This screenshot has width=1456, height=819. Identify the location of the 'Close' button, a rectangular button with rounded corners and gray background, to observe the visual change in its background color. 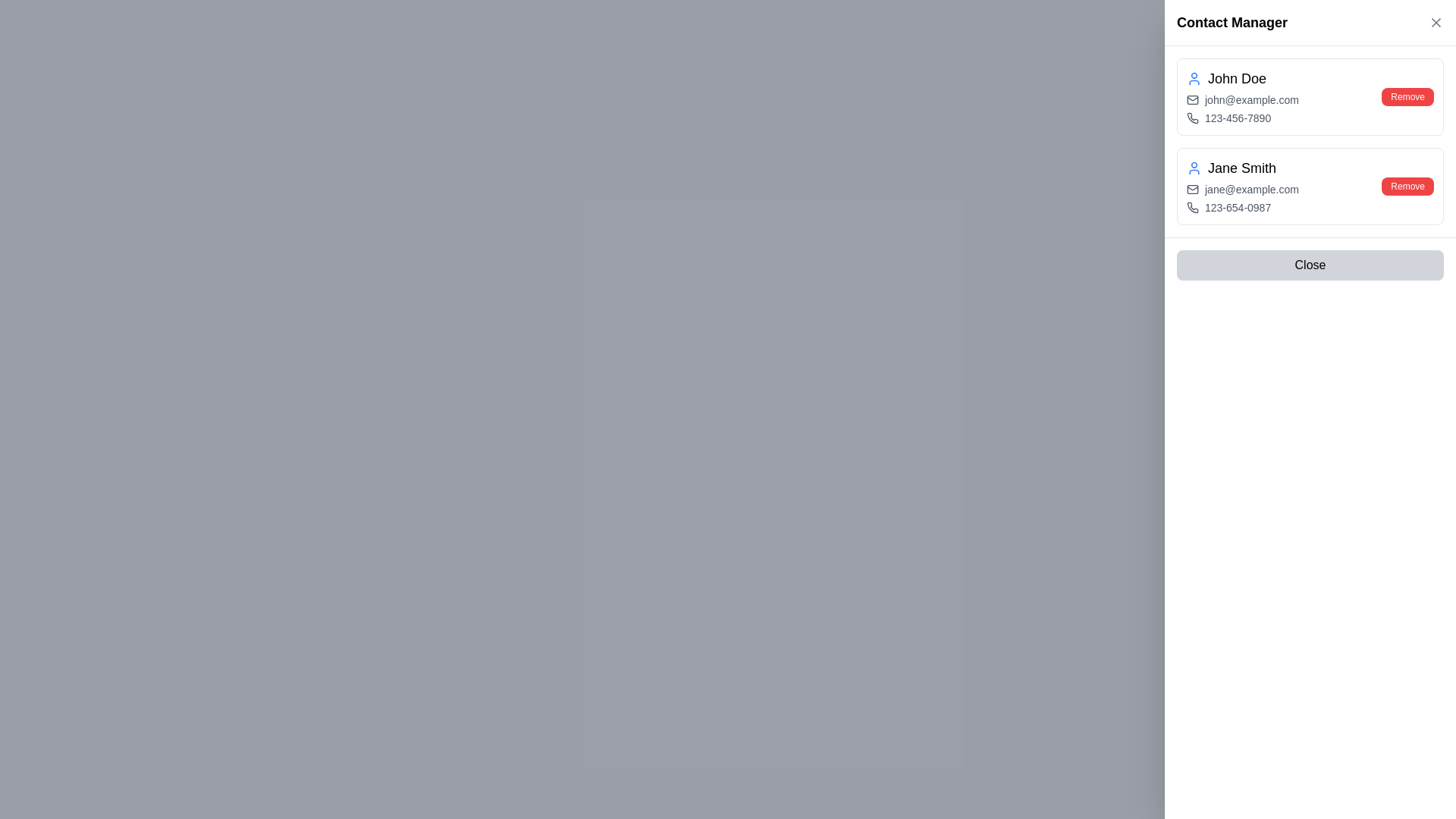
(1310, 265).